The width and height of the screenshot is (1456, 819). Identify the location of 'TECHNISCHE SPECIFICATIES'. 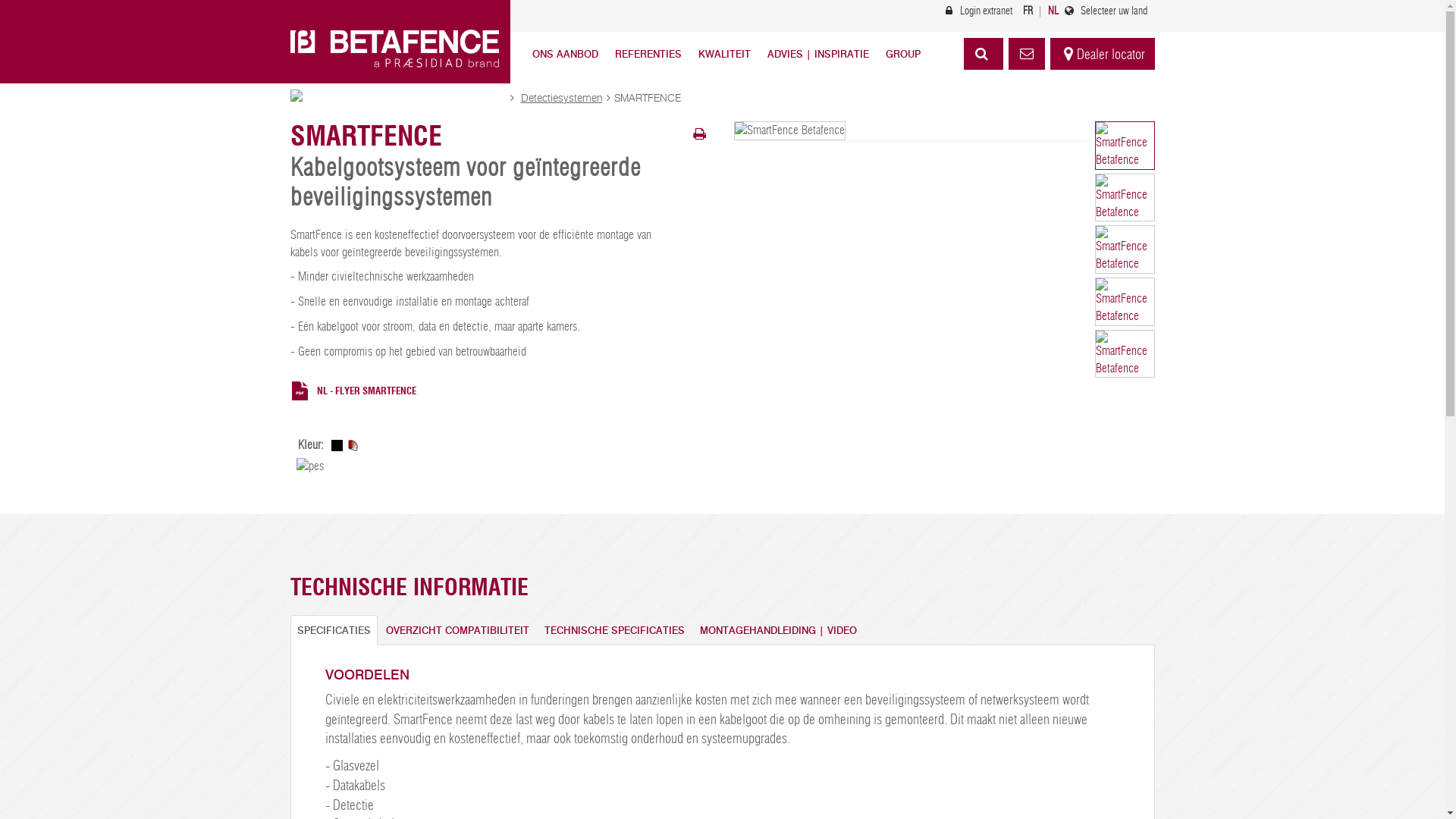
(613, 630).